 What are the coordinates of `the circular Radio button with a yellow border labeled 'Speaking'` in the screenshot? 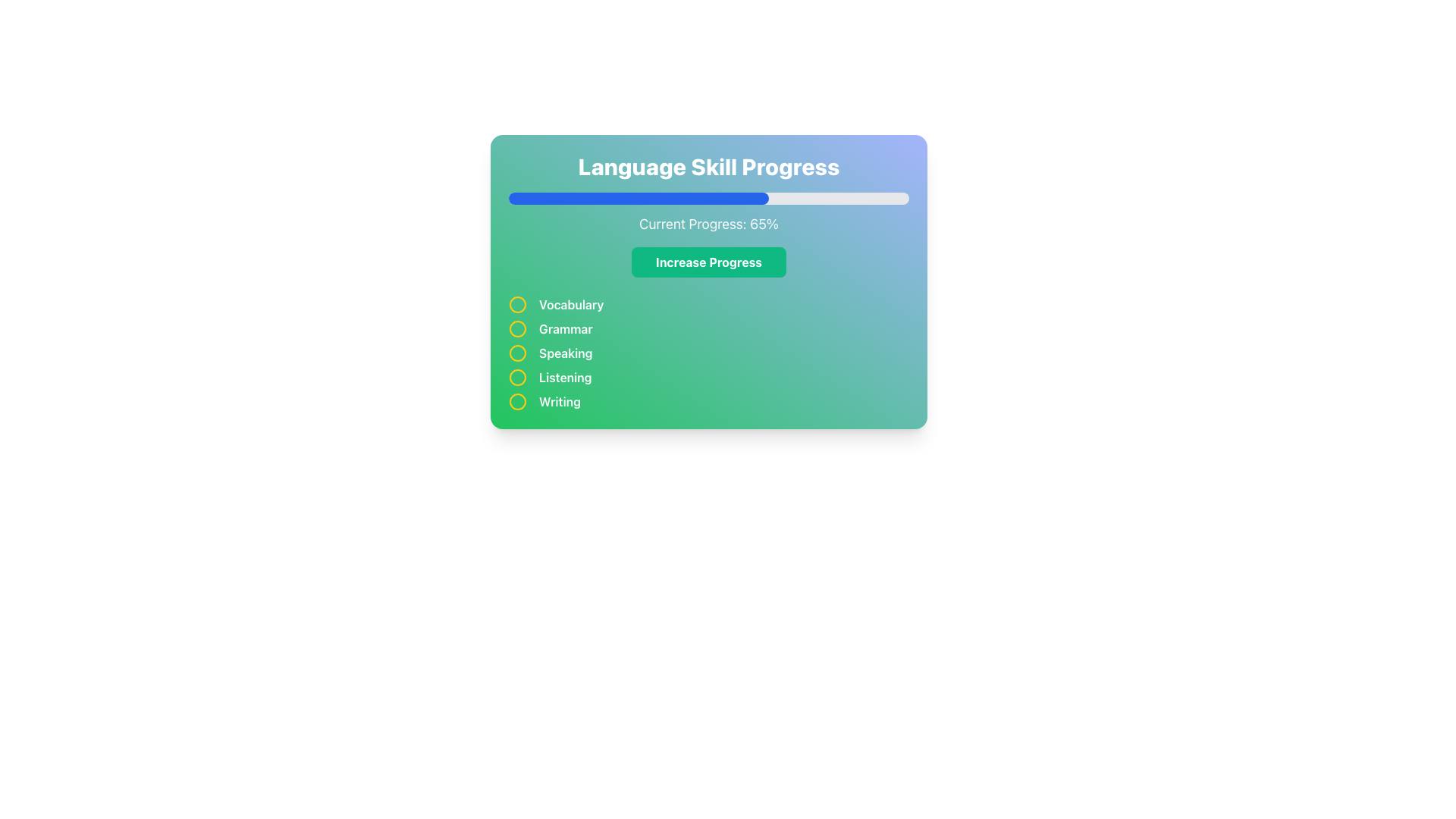 It's located at (517, 353).